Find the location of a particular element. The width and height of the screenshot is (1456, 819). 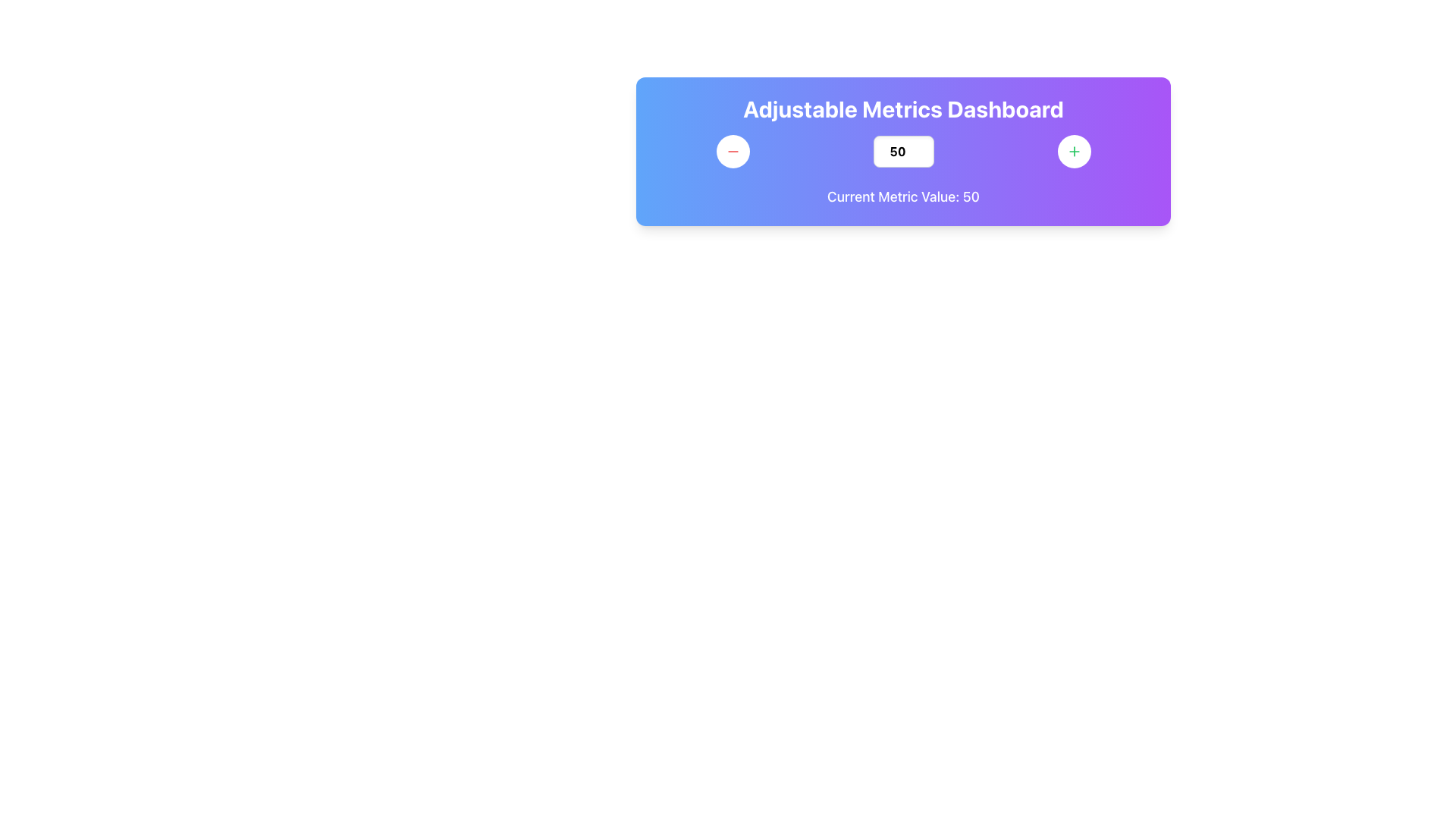

the decrement button located slightly left of the numerical input field to decrease the displayed value is located at coordinates (733, 152).